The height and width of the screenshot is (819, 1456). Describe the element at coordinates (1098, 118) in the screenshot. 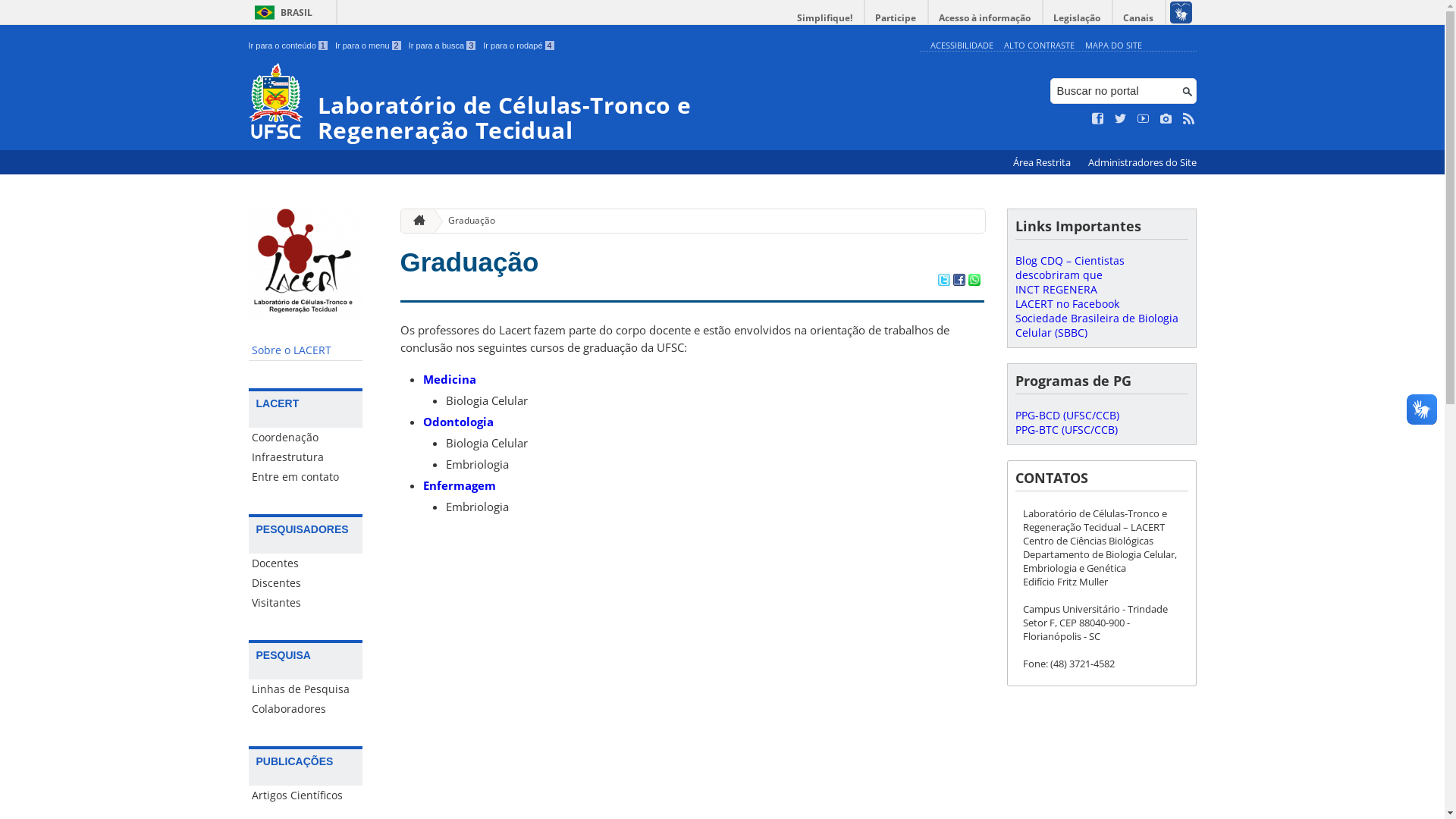

I see `'Curta no Facebook'` at that location.